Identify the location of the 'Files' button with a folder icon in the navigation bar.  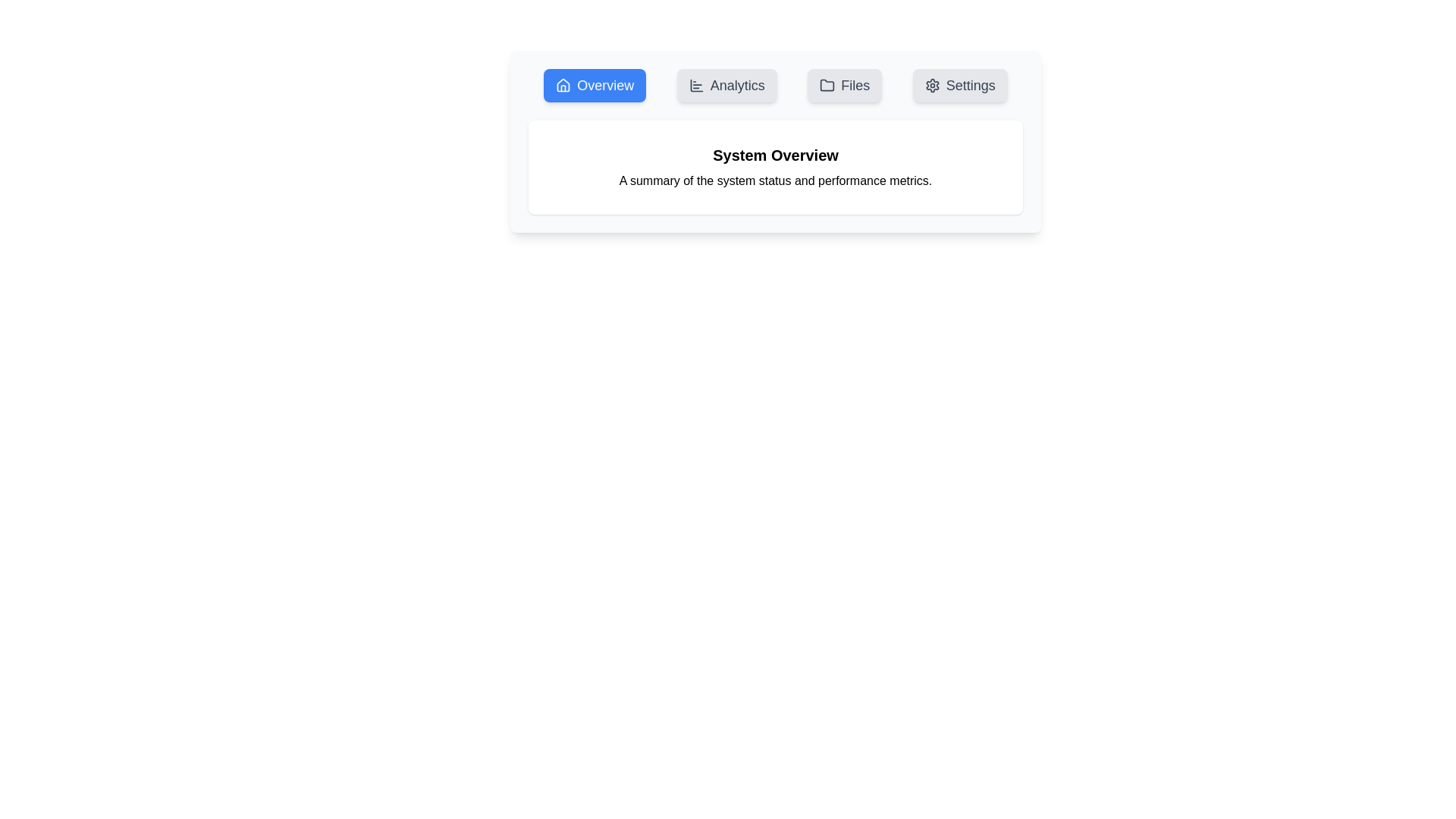
(844, 85).